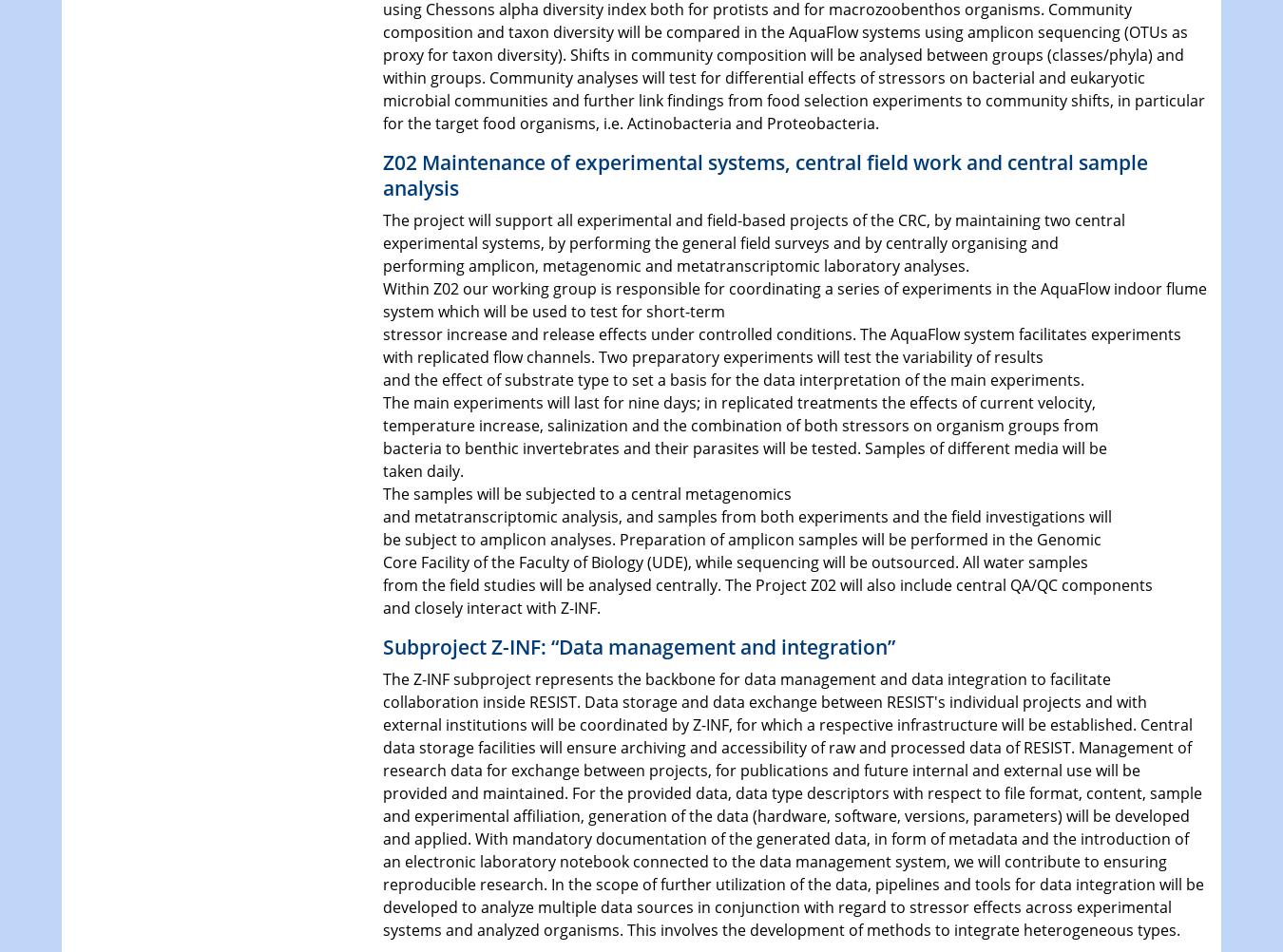 The image size is (1283, 952). Describe the element at coordinates (734, 560) in the screenshot. I see `'Core Facility of the Faculty of Biology (UDE), while sequencing will be outsourced. All water samples'` at that location.